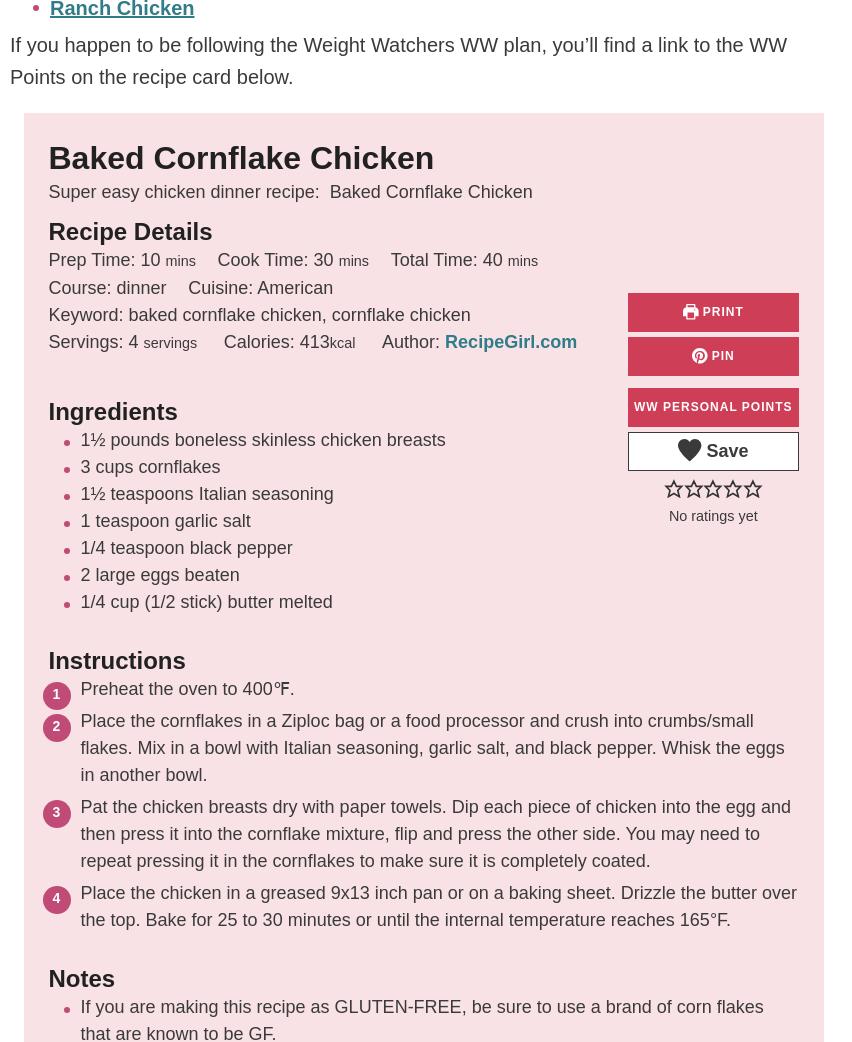 This screenshot has width=852, height=1042. I want to click on 'Pat the chicken breasts dry with paper towels. Dip each piece of chicken into the egg and then press it into the cornflake mixture, flip and press the other side. You may need to repeat pressing it in the cornflakes to make sure it is completely coated.', so click(79, 834).